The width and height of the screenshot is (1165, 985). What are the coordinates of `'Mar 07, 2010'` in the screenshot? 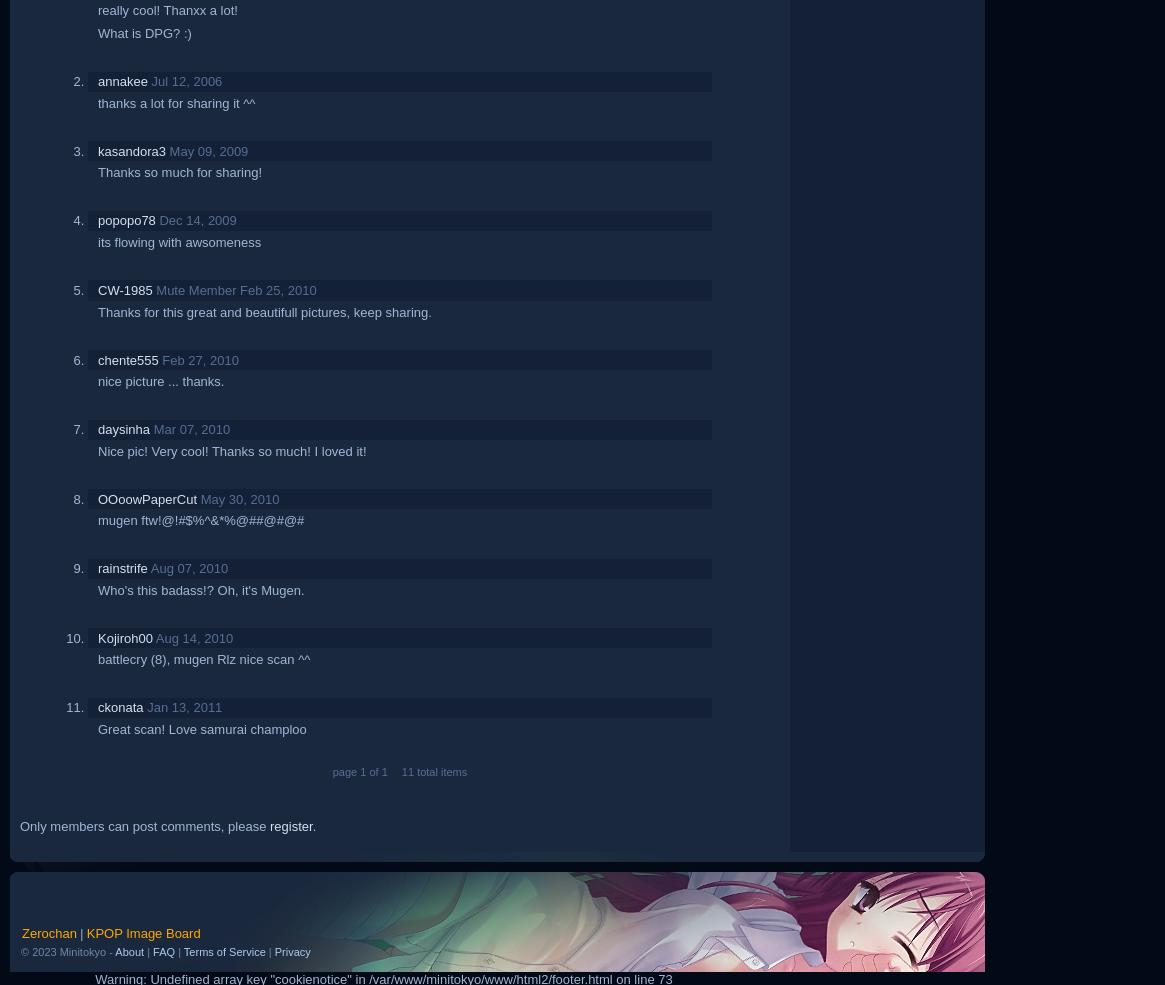 It's located at (190, 428).